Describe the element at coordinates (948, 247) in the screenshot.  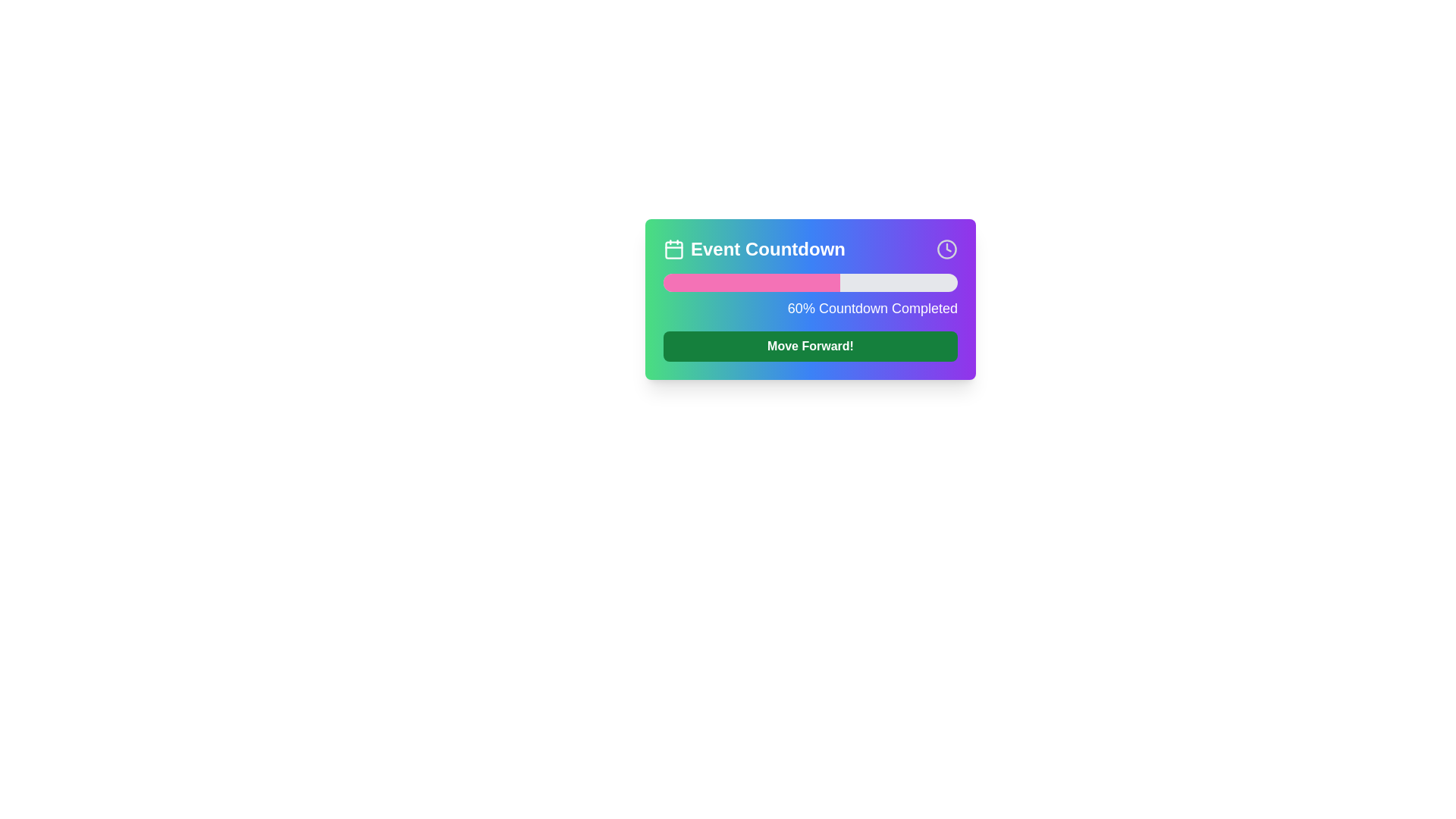
I see `the hour hand of the clock icon located in the top-right corner of the main card component` at that location.